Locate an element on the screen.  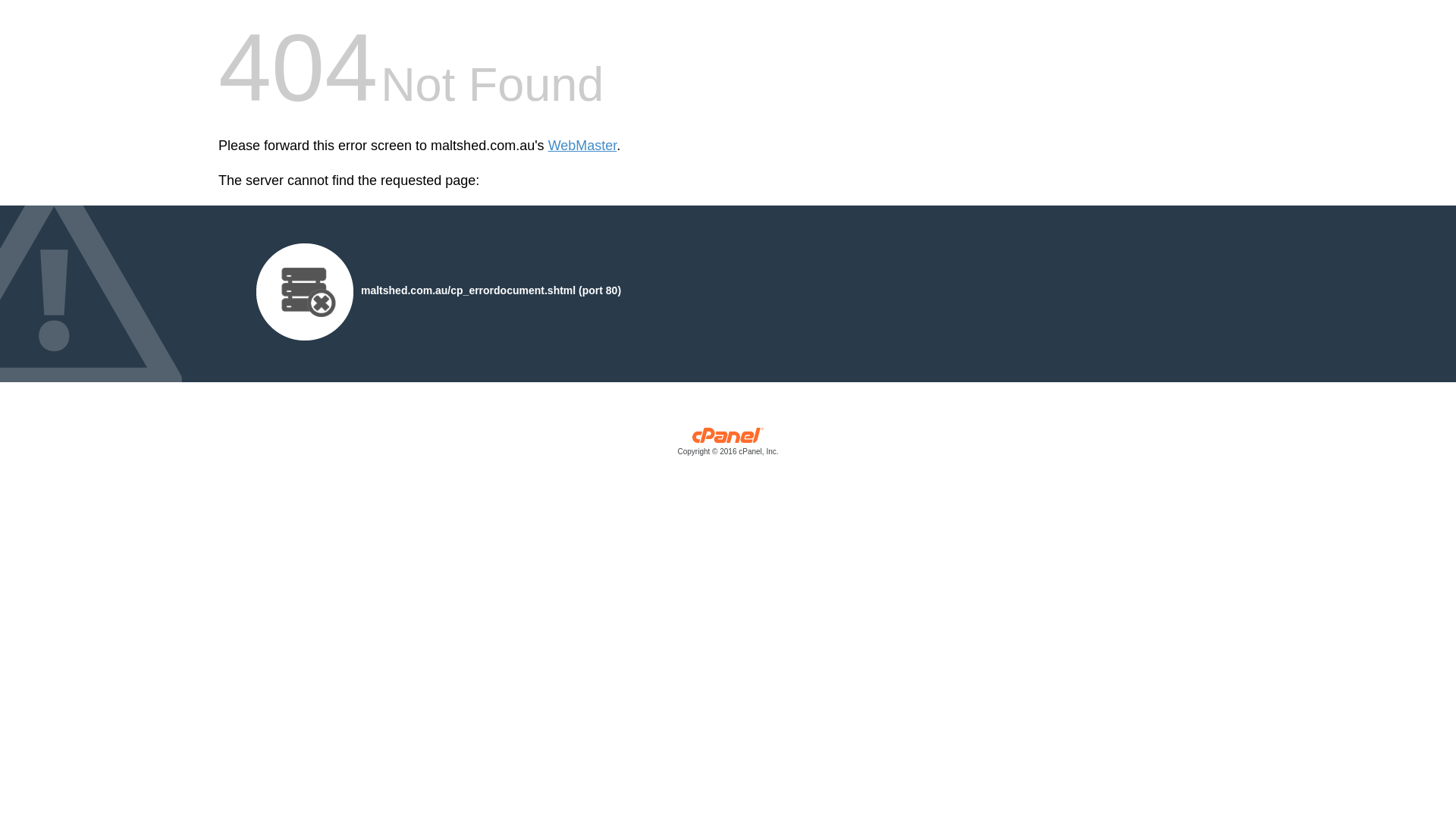
'WebMaster' is located at coordinates (548, 146).